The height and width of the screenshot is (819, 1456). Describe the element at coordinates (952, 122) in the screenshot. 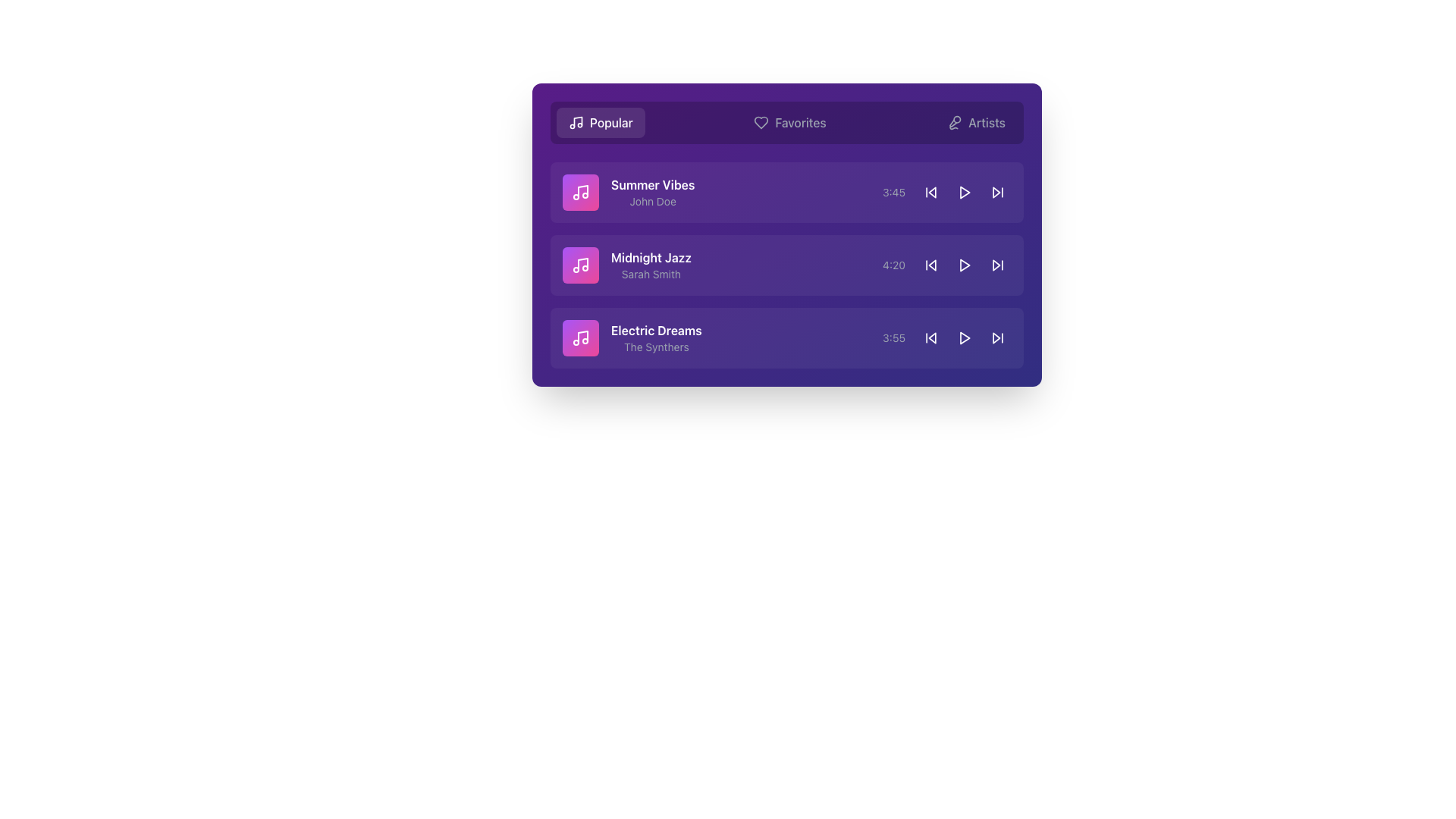

I see `the vocal microphone icon located at the top-right corner of the display interface, adjacent to the 'Artists' label` at that location.